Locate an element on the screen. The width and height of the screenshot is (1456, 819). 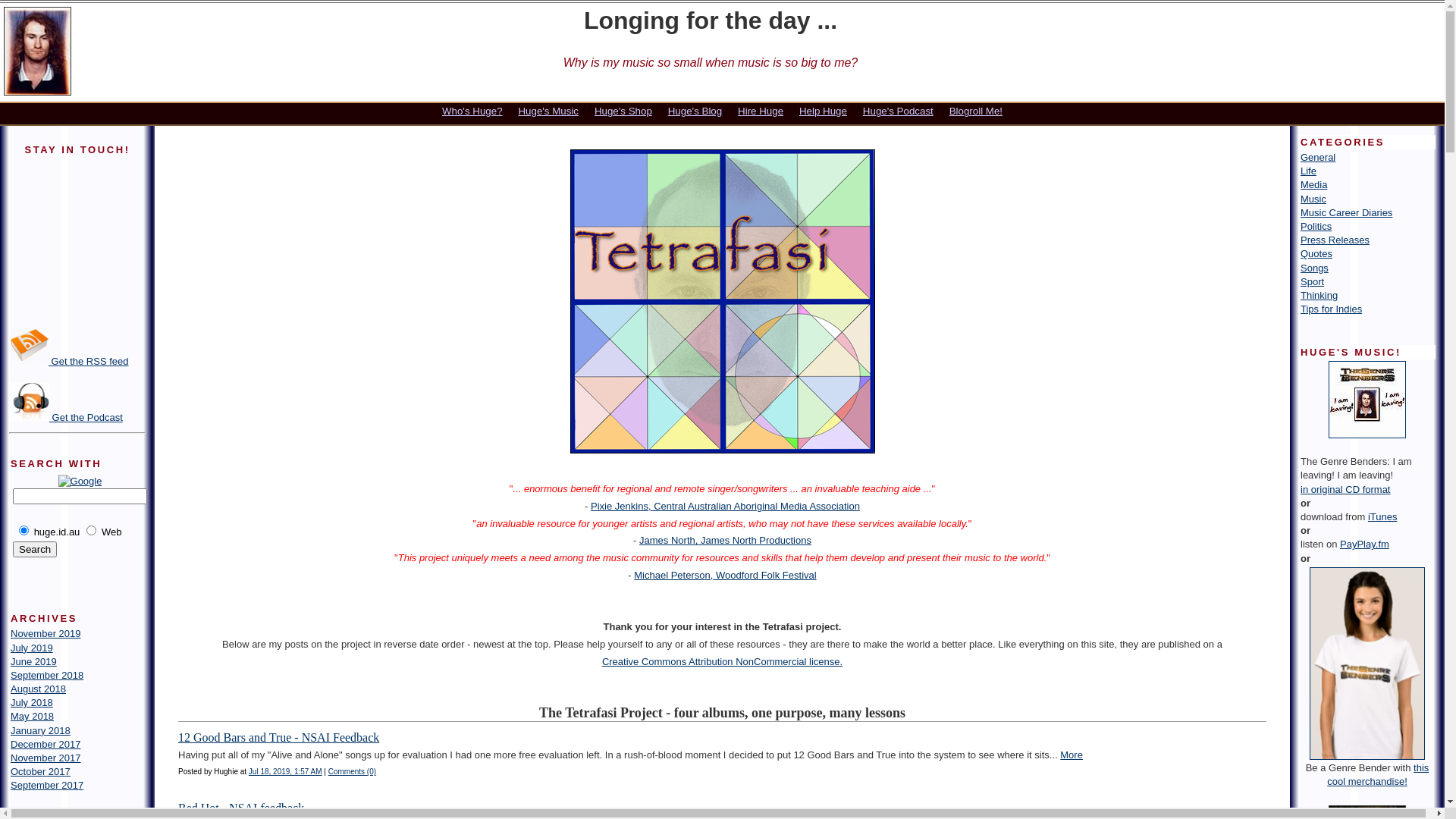
'Blogroll Me!' is located at coordinates (975, 110).